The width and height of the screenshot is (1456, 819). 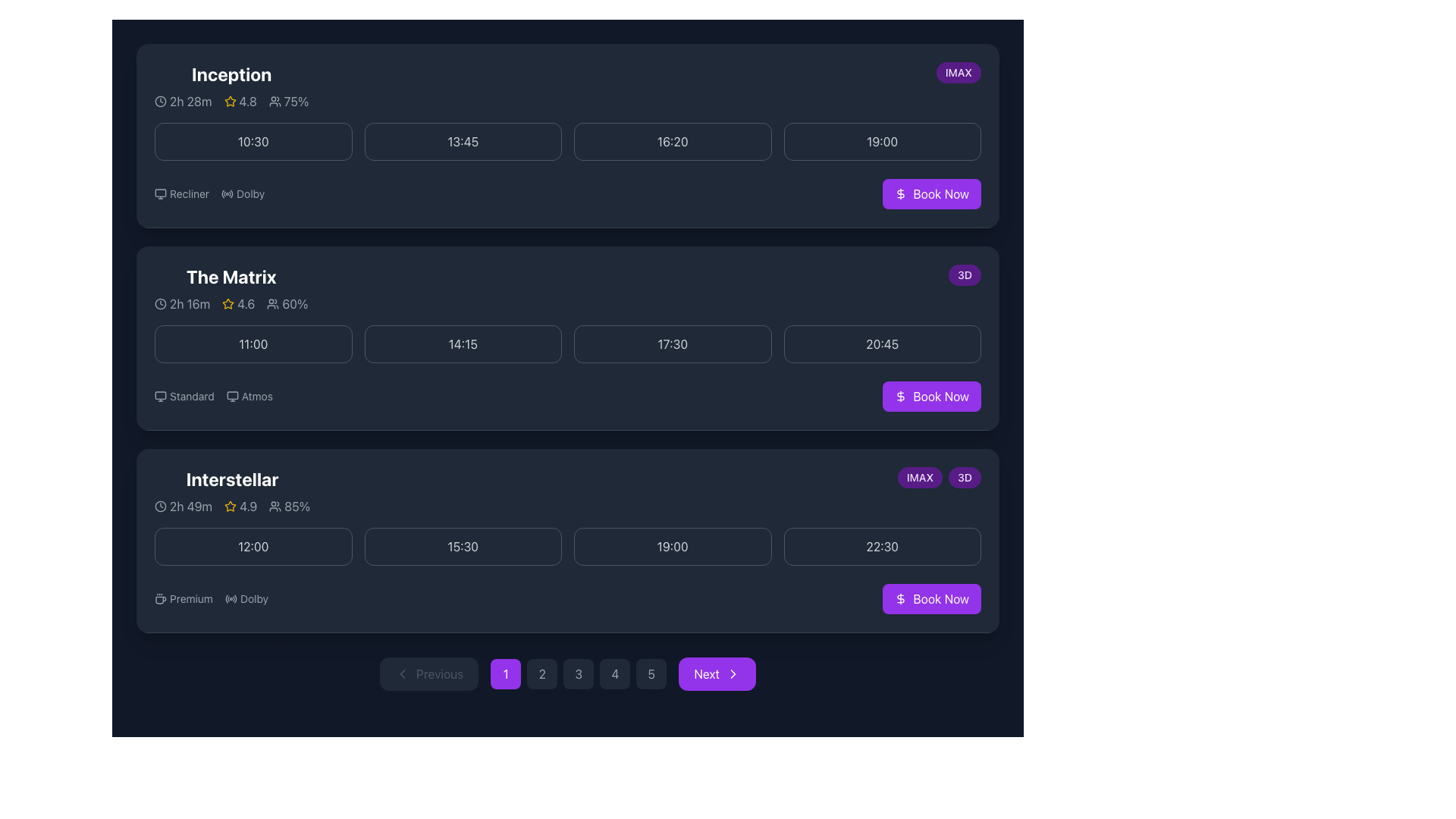 What do you see at coordinates (237, 304) in the screenshot?
I see `the Rating Display element that shows the average rating of the movie 'The Matrix'` at bounding box center [237, 304].